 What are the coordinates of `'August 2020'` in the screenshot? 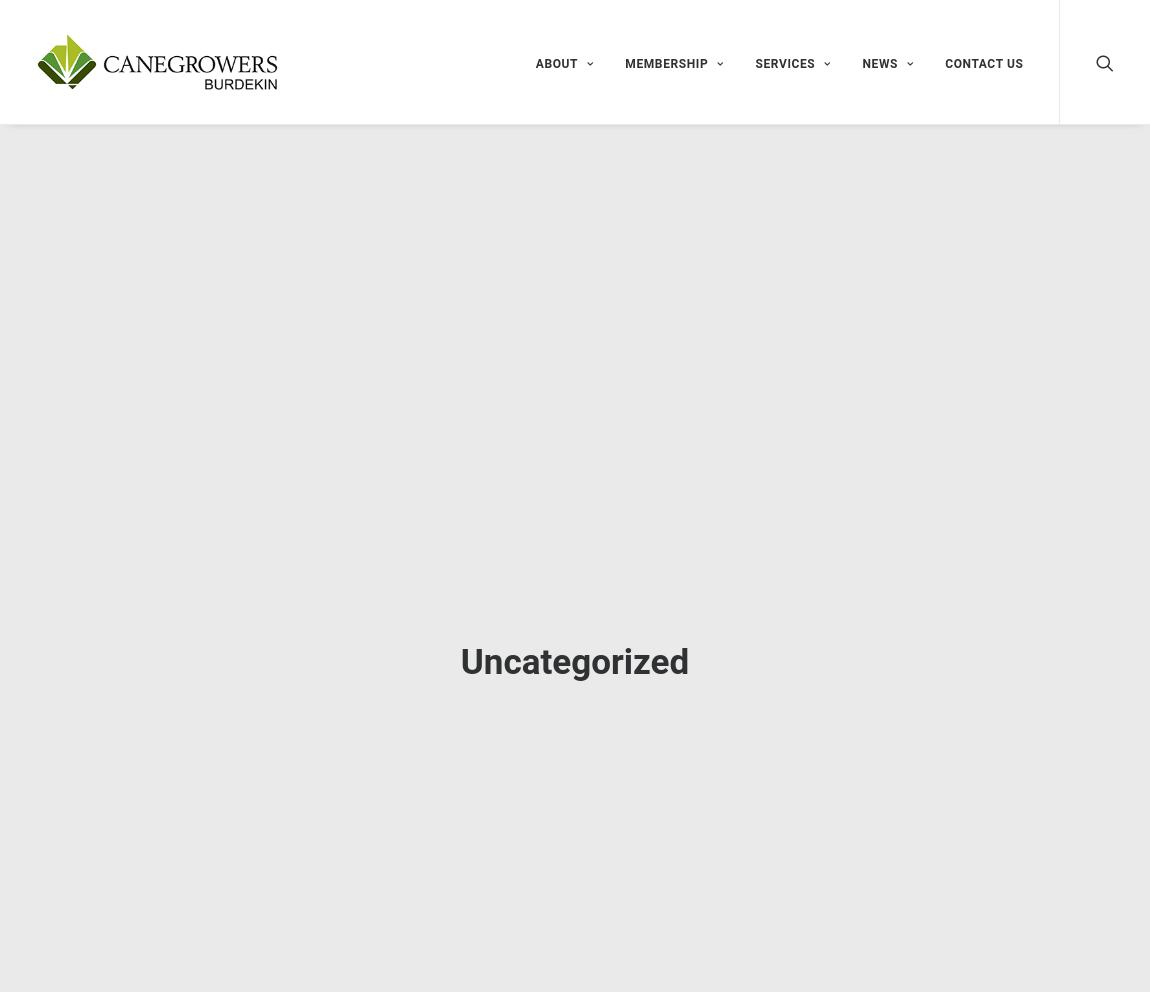 It's located at (846, 954).